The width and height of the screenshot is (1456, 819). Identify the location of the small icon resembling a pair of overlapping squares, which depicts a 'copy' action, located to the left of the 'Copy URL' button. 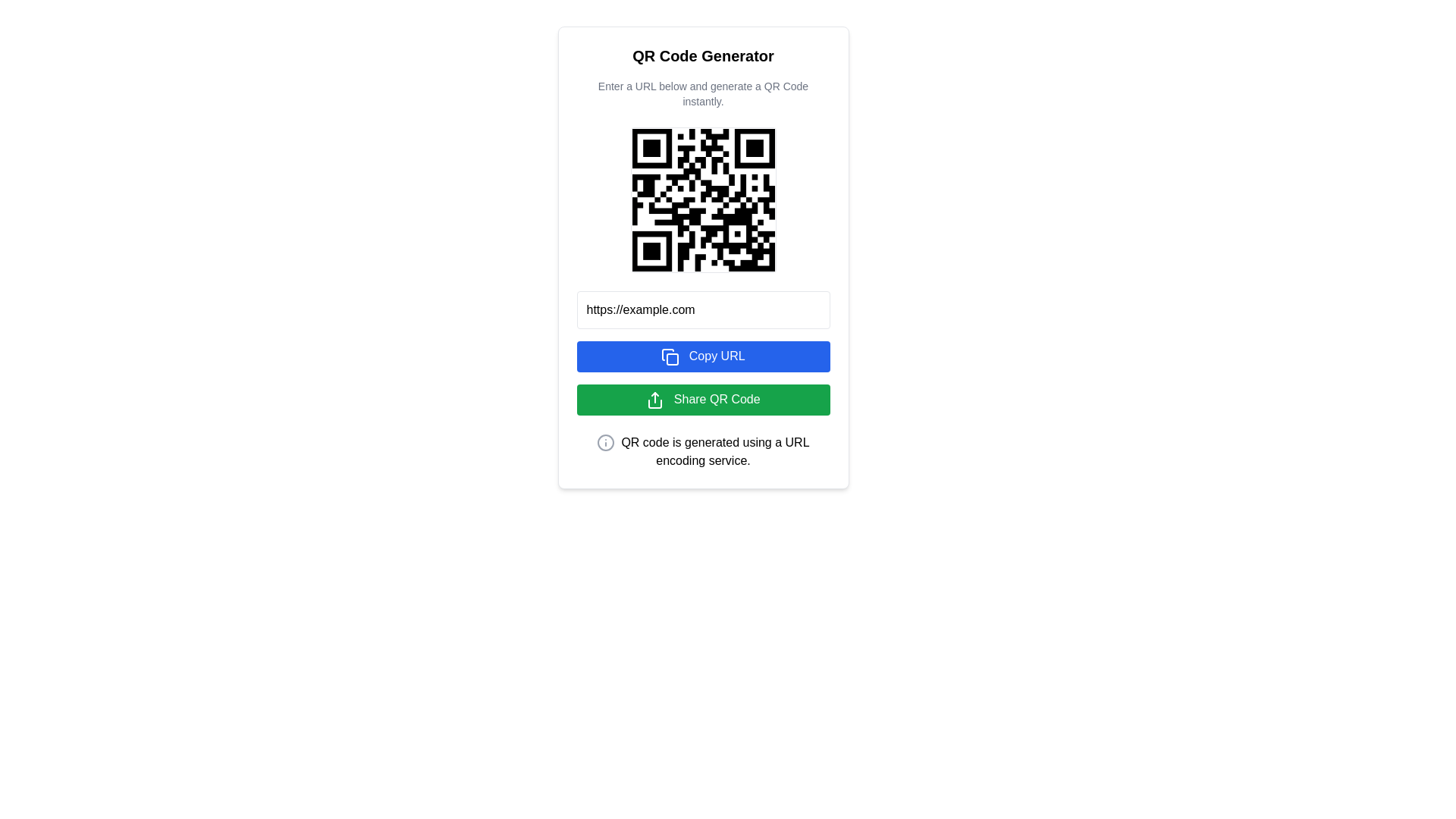
(670, 356).